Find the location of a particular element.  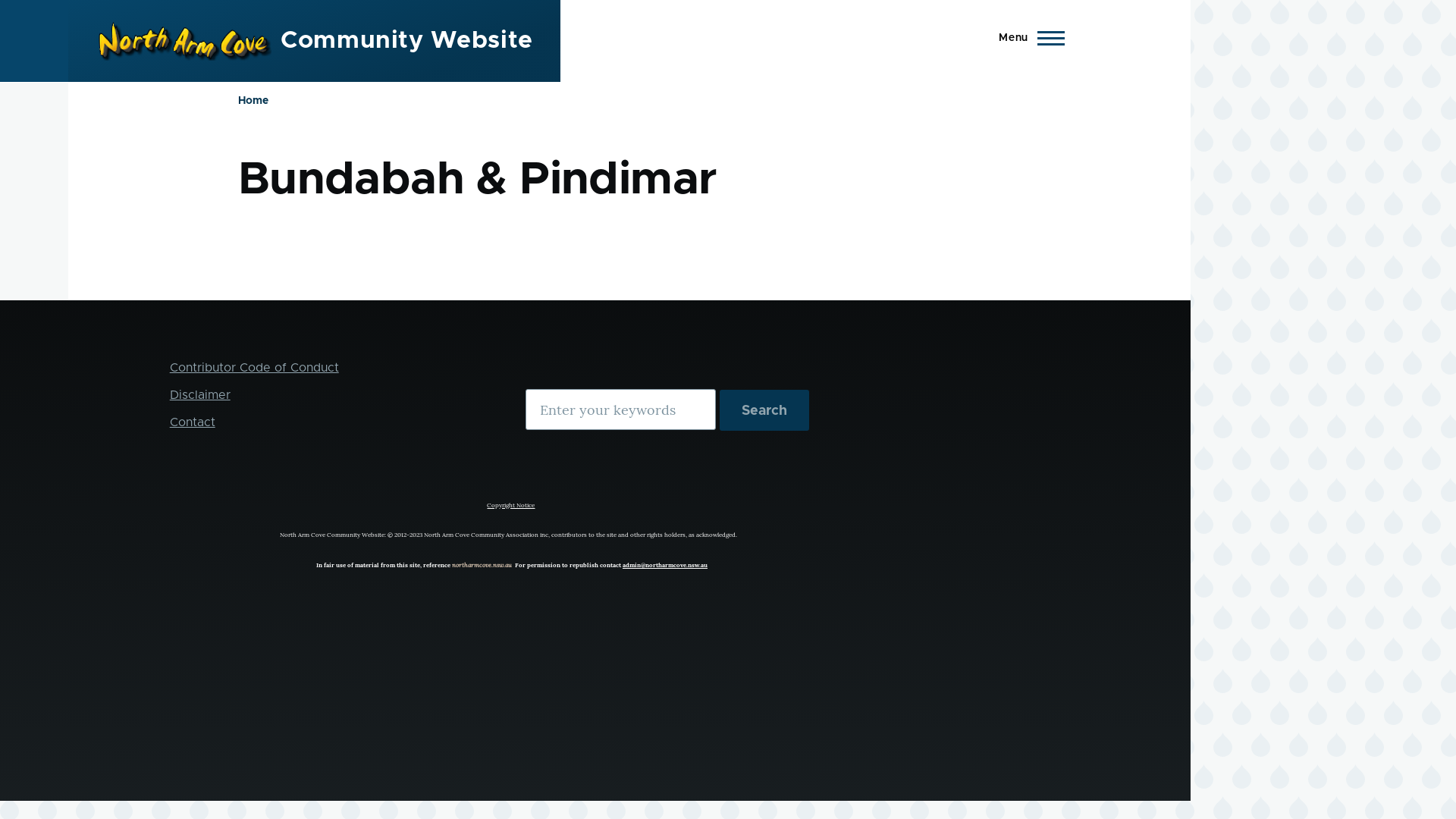

'Contributor Code of Conduct' is located at coordinates (254, 368).